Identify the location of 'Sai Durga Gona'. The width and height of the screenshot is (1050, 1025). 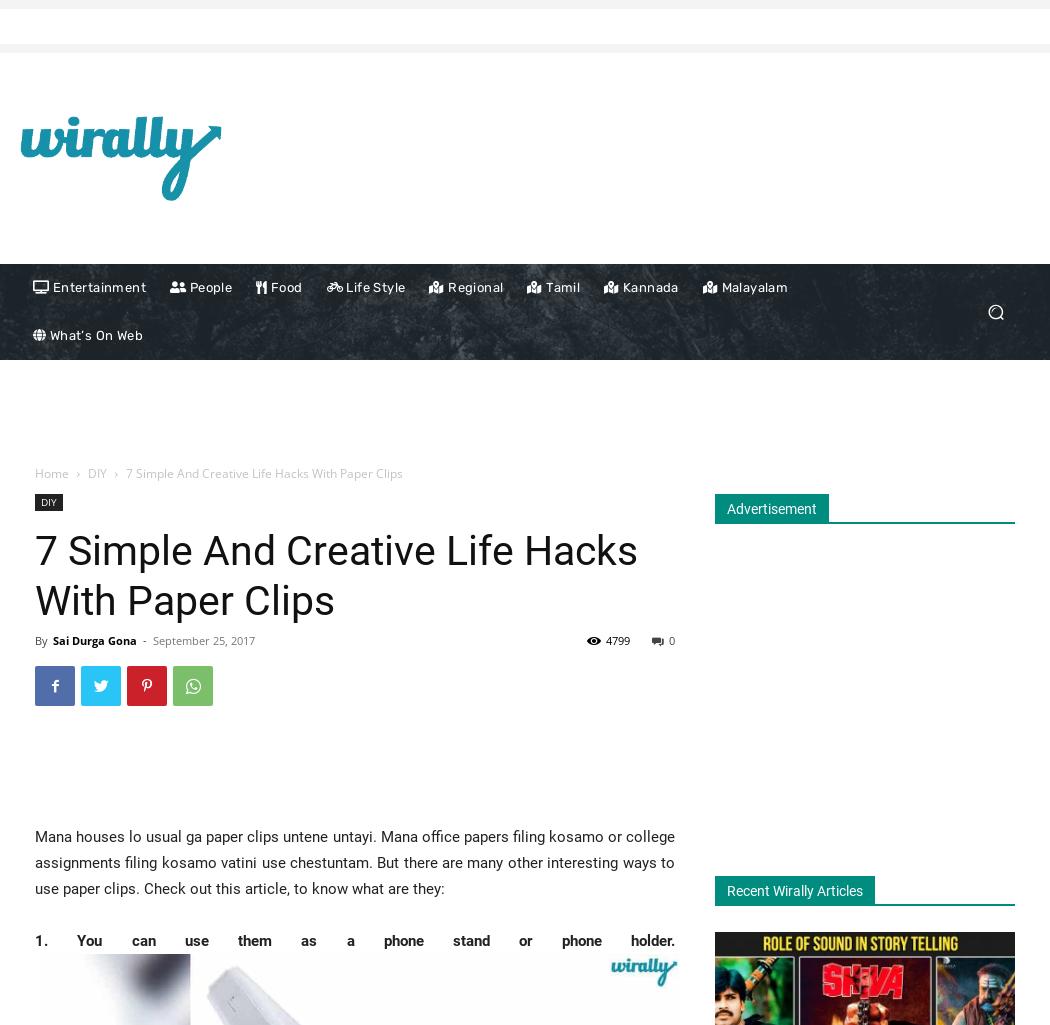
(95, 639).